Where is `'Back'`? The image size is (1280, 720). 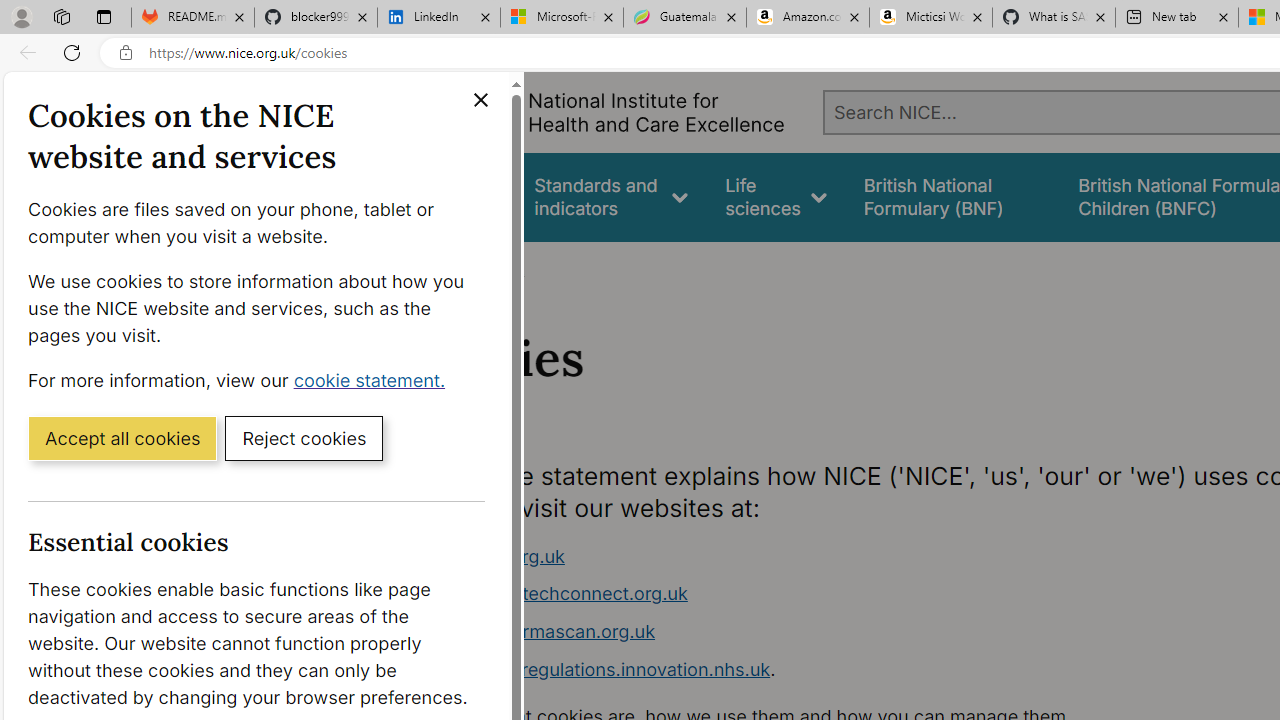
'Back' is located at coordinates (24, 51).